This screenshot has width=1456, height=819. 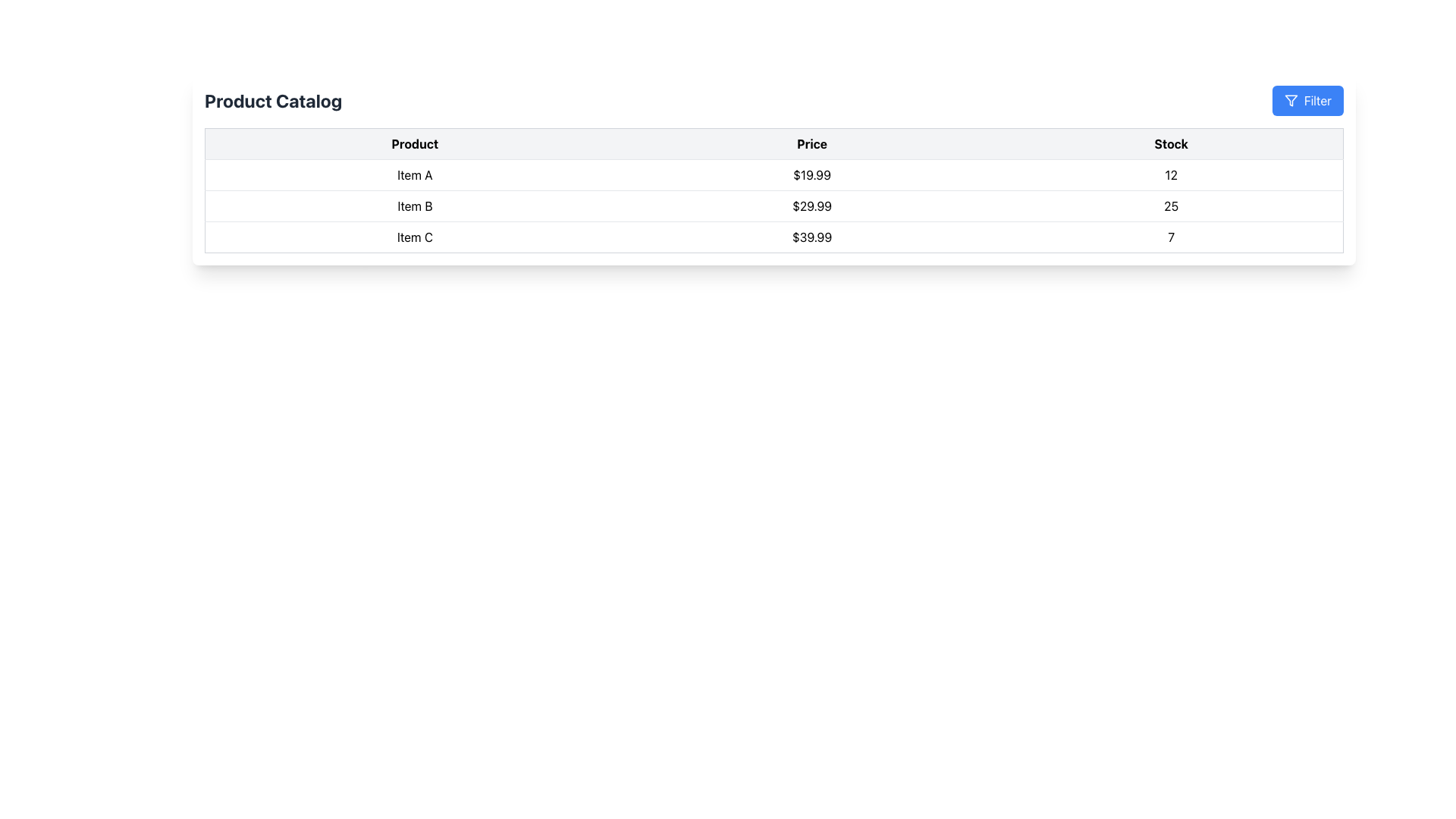 What do you see at coordinates (415, 174) in the screenshot?
I see `the text label displaying 'Item A' in the first row under the 'Product' column of the tabular structure` at bounding box center [415, 174].